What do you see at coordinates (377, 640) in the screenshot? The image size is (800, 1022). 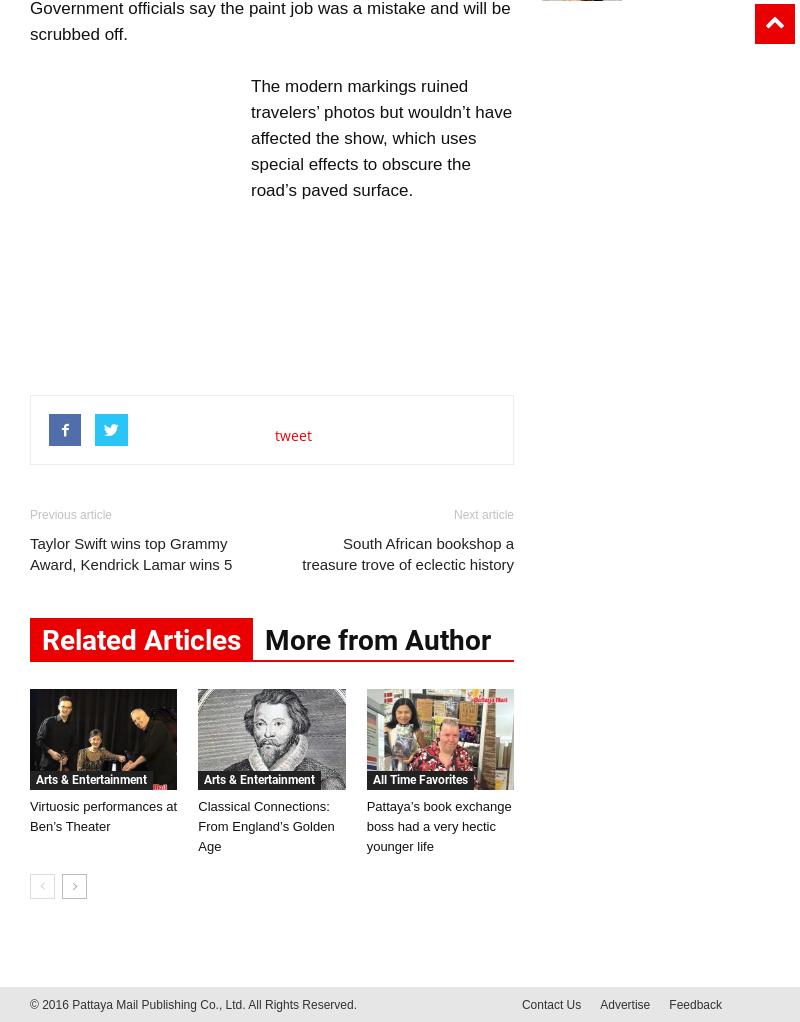 I see `'More from Author'` at bounding box center [377, 640].